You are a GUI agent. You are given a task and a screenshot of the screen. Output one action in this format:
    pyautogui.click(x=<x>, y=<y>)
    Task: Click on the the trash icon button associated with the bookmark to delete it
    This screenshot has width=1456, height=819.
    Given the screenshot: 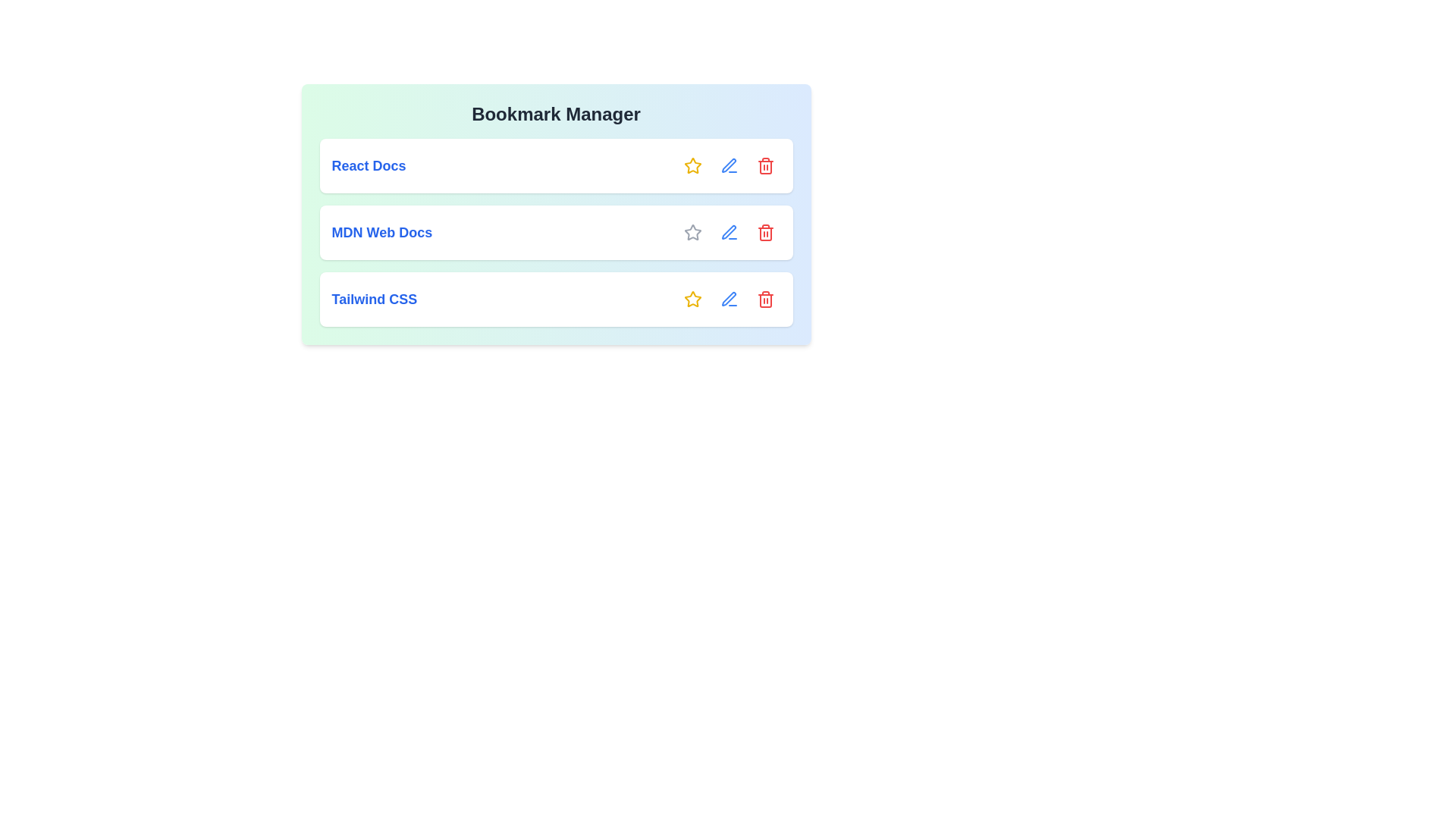 What is the action you would take?
    pyautogui.click(x=765, y=166)
    